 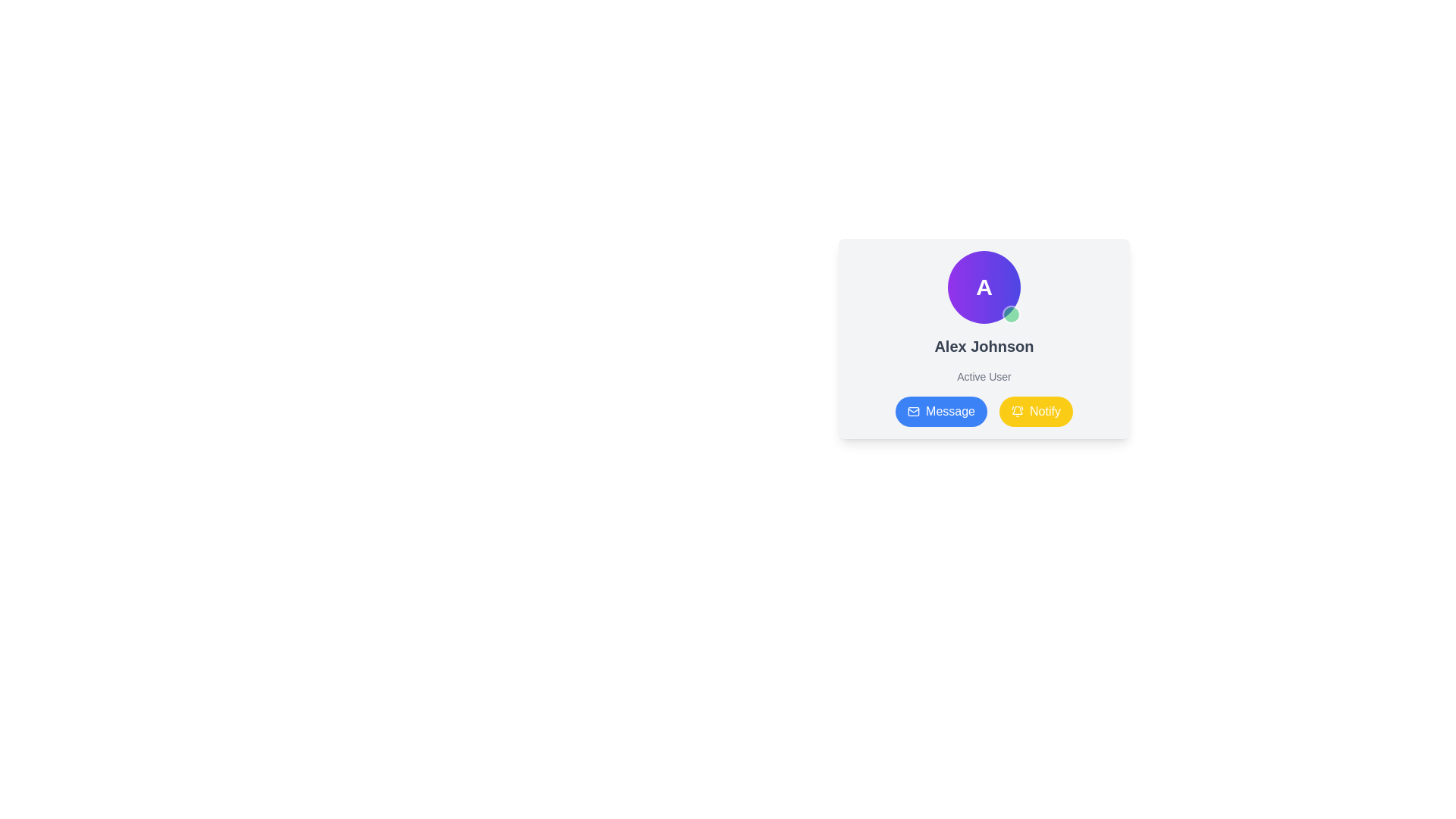 What do you see at coordinates (984, 412) in the screenshot?
I see `the 'Message' button in the button group located at the bottom of the user information card for user 'Alex Johnson'` at bounding box center [984, 412].